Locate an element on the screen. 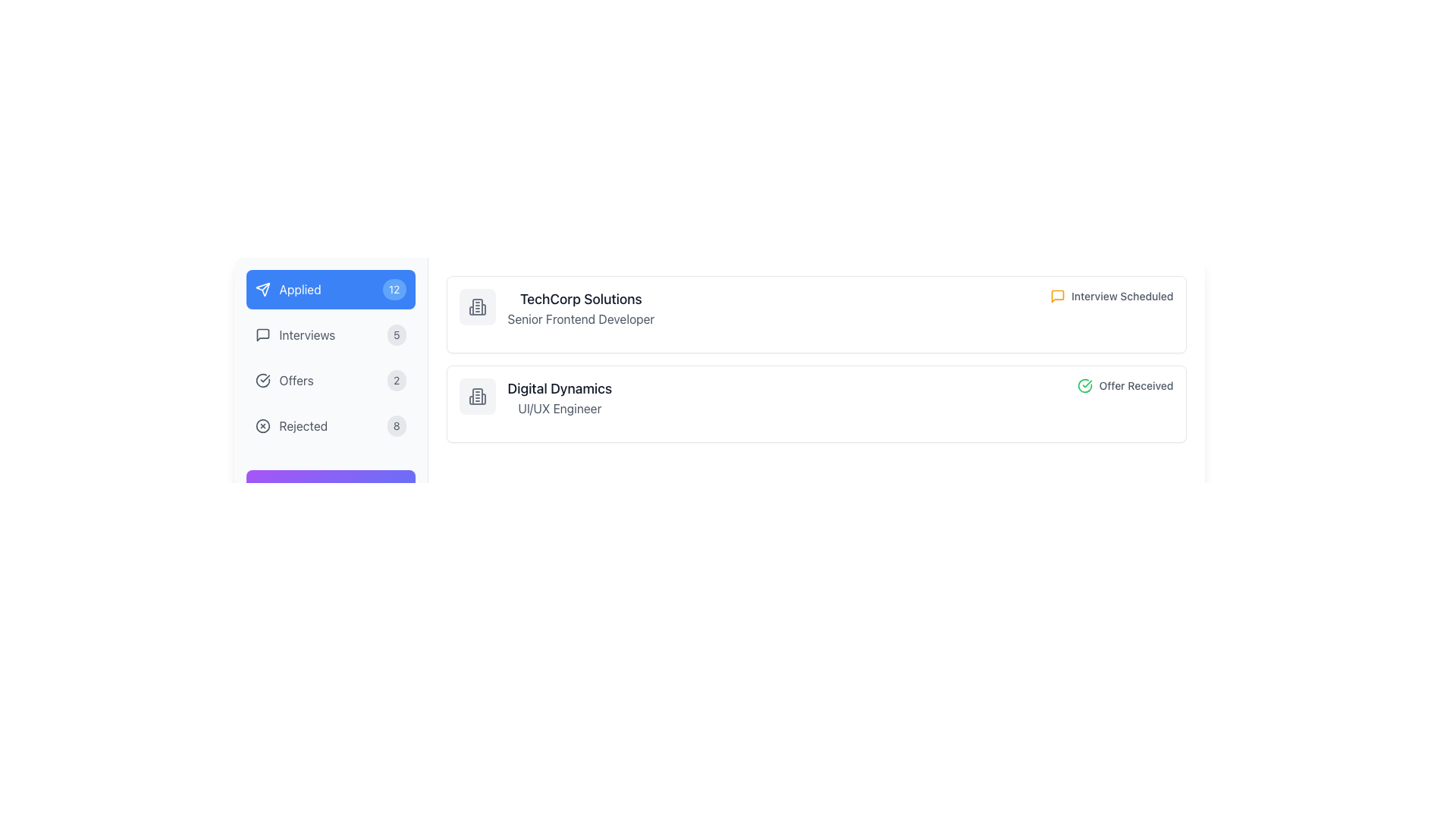  the 'TechCorp Solutions' text label is located at coordinates (580, 308).